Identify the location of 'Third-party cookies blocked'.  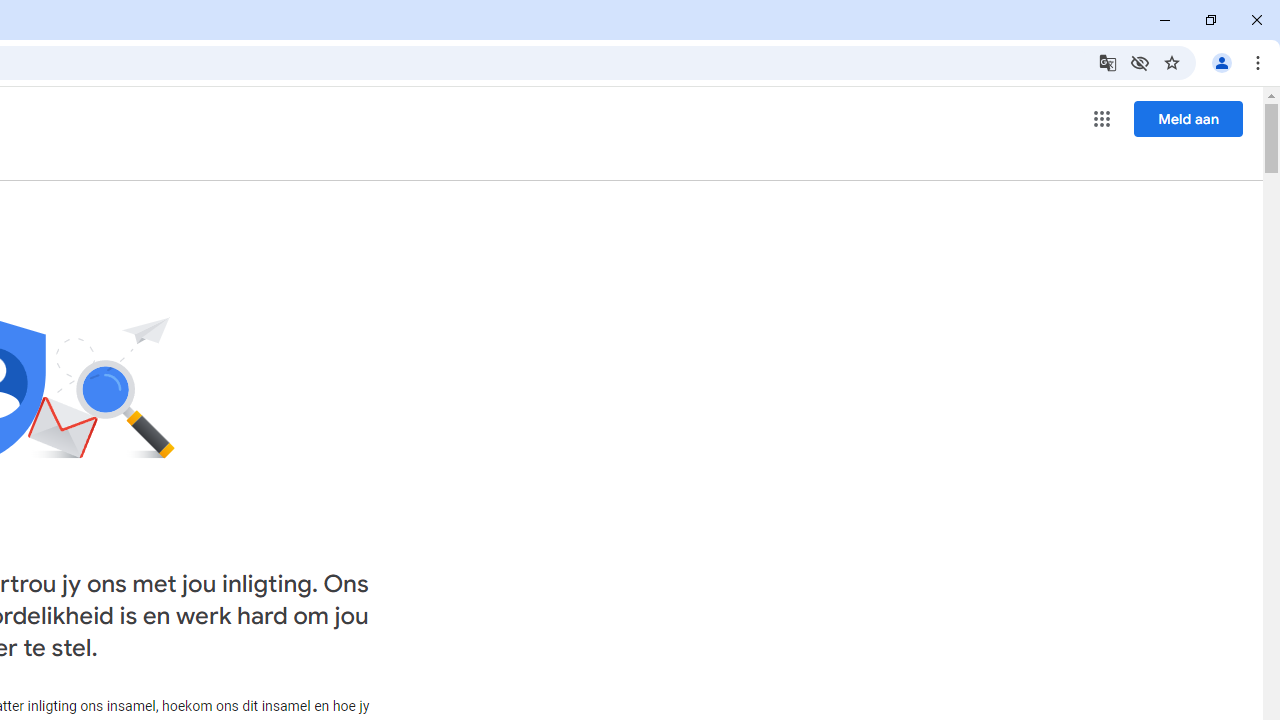
(1139, 61).